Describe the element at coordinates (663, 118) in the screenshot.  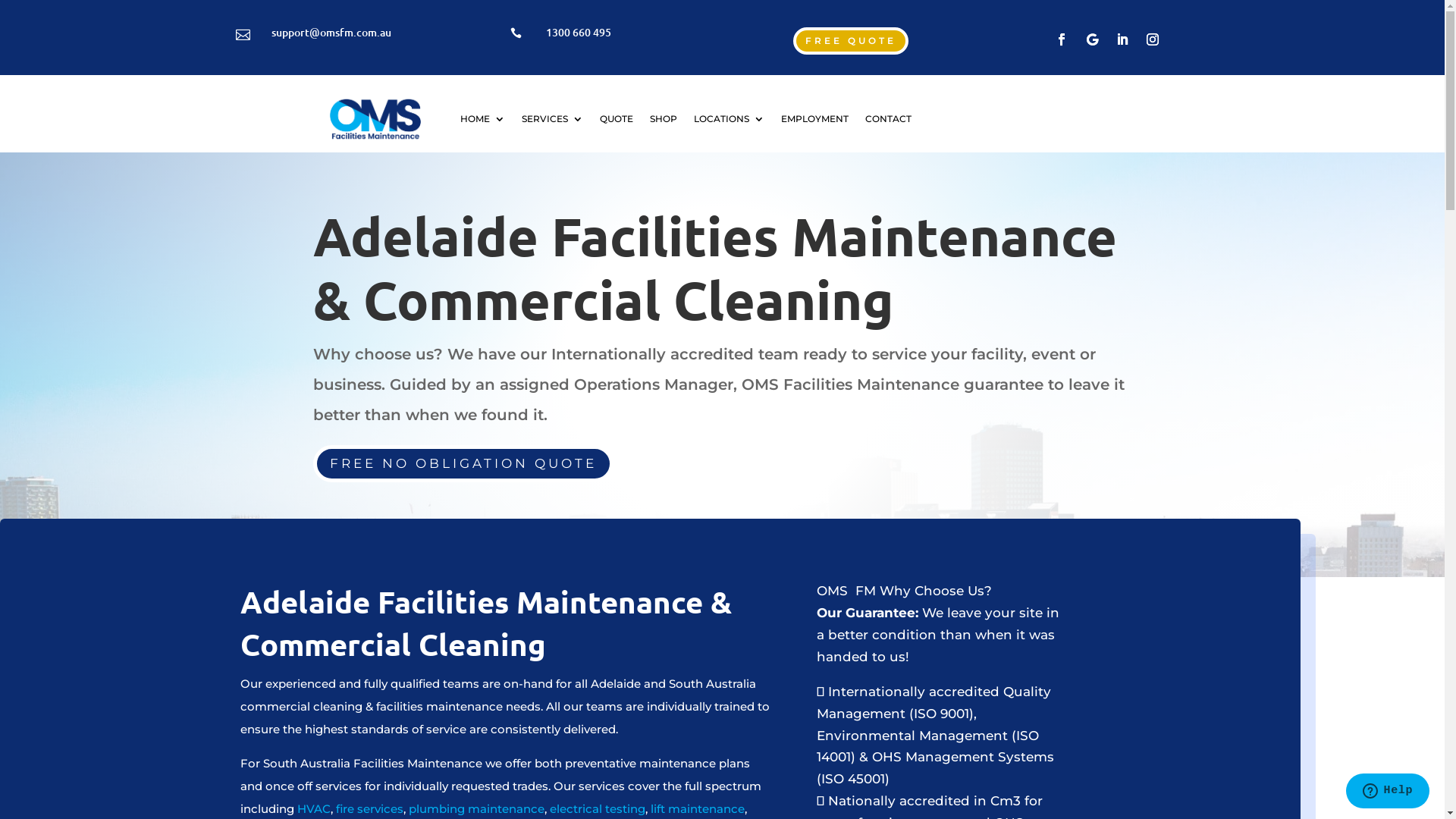
I see `'SHOP'` at that location.